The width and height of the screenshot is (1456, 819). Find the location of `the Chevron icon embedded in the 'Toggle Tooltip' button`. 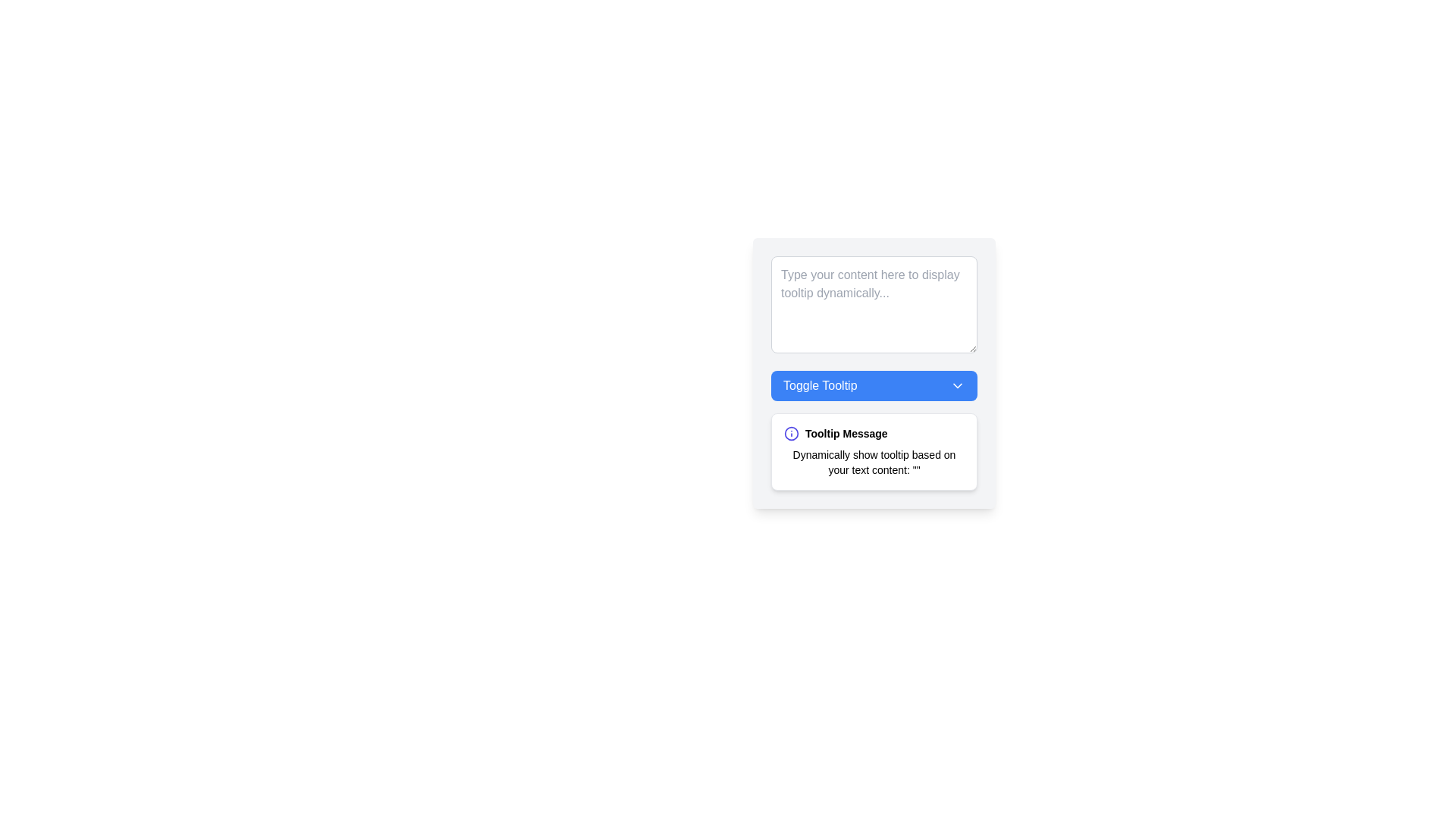

the Chevron icon embedded in the 'Toggle Tooltip' button is located at coordinates (956, 385).